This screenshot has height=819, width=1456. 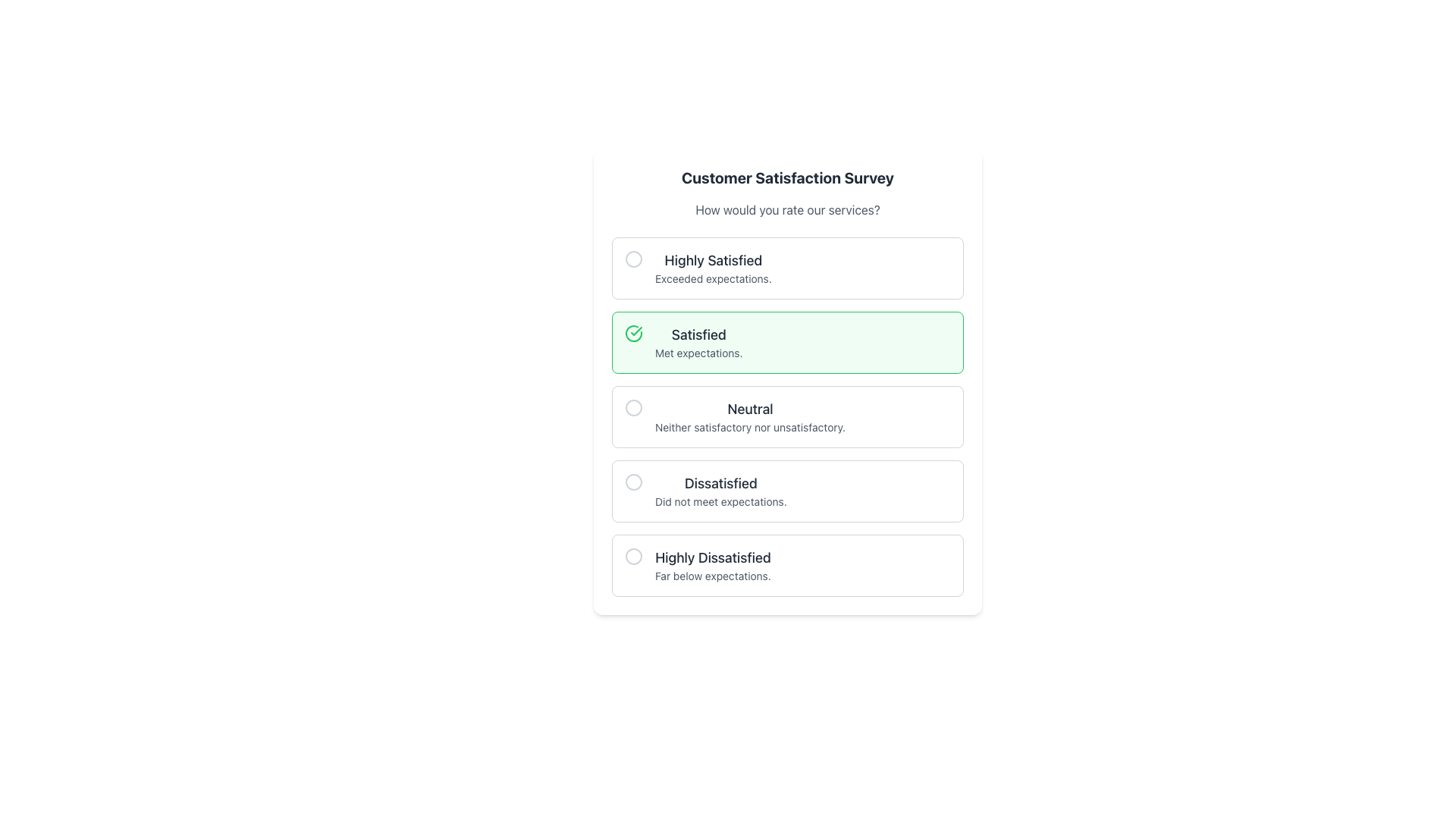 What do you see at coordinates (698, 353) in the screenshot?
I see `descriptive text located directly below the 'Satisfied' option in the survey, which is highlighted in green and is part of the second option in a vertical list of responses` at bounding box center [698, 353].